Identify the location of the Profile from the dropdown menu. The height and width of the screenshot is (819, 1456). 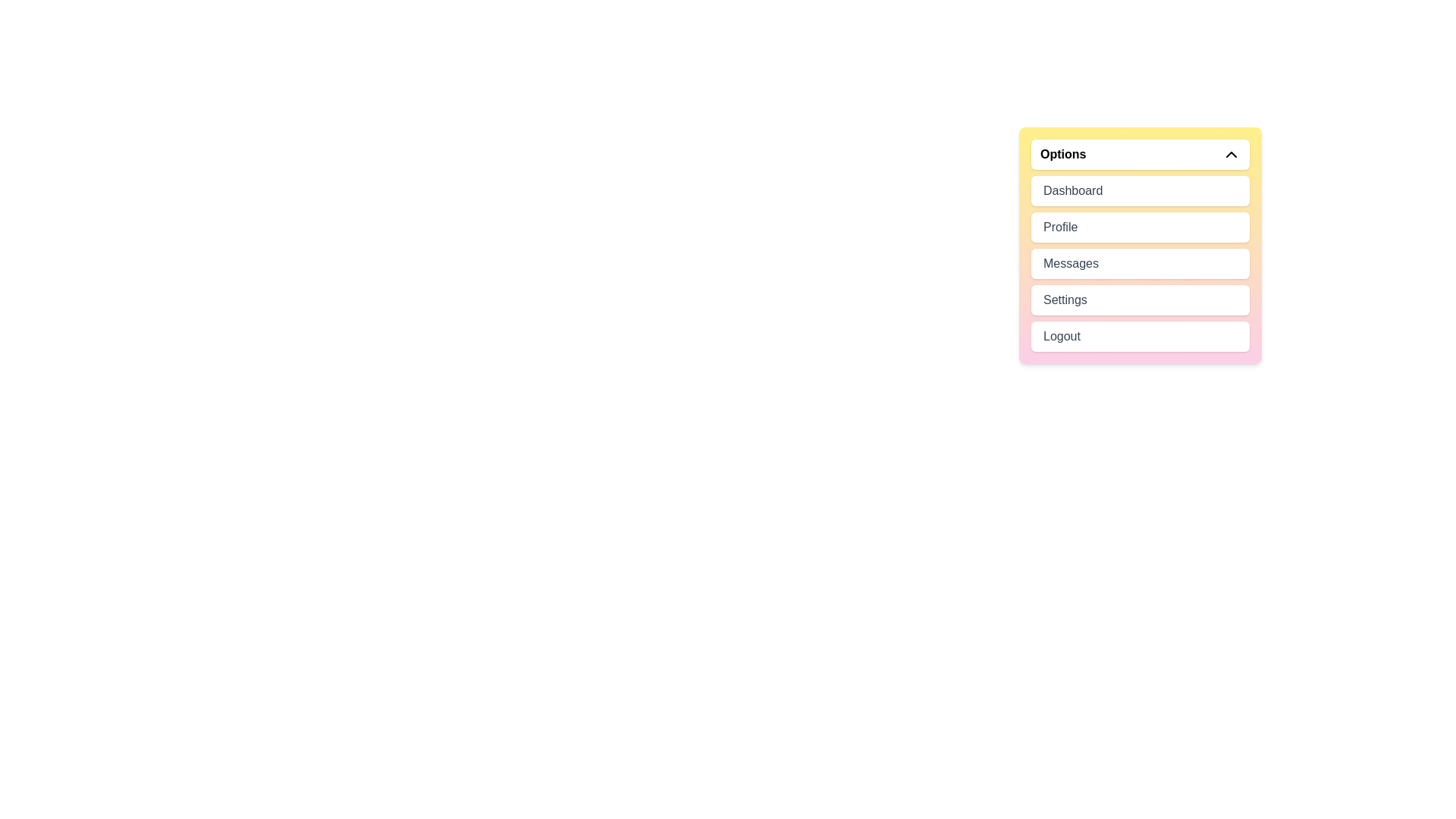
(1140, 227).